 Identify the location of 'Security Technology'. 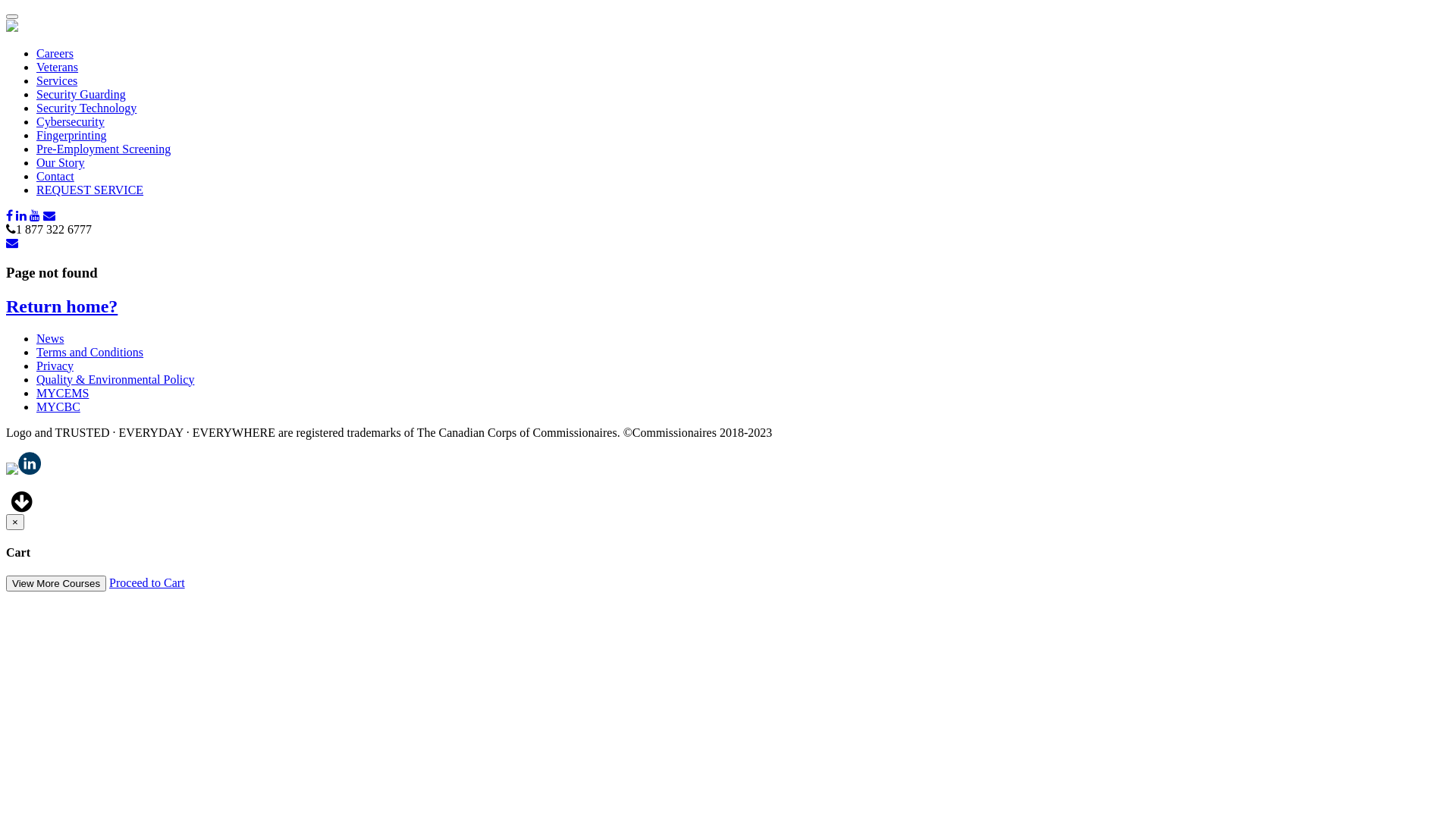
(86, 107).